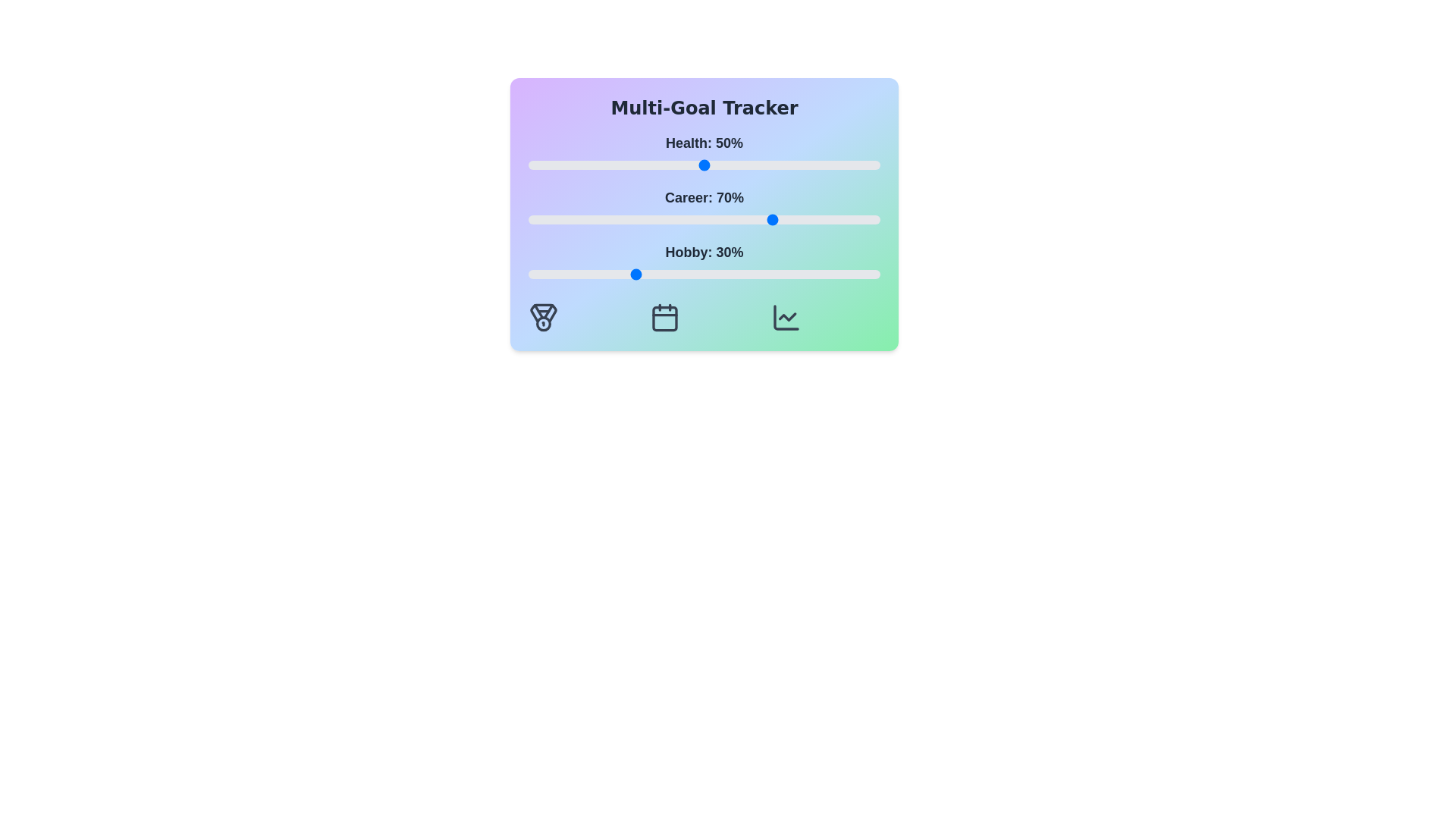 This screenshot has height=819, width=1456. Describe the element at coordinates (696, 219) in the screenshot. I see `the 'Career' slider to 48%` at that location.